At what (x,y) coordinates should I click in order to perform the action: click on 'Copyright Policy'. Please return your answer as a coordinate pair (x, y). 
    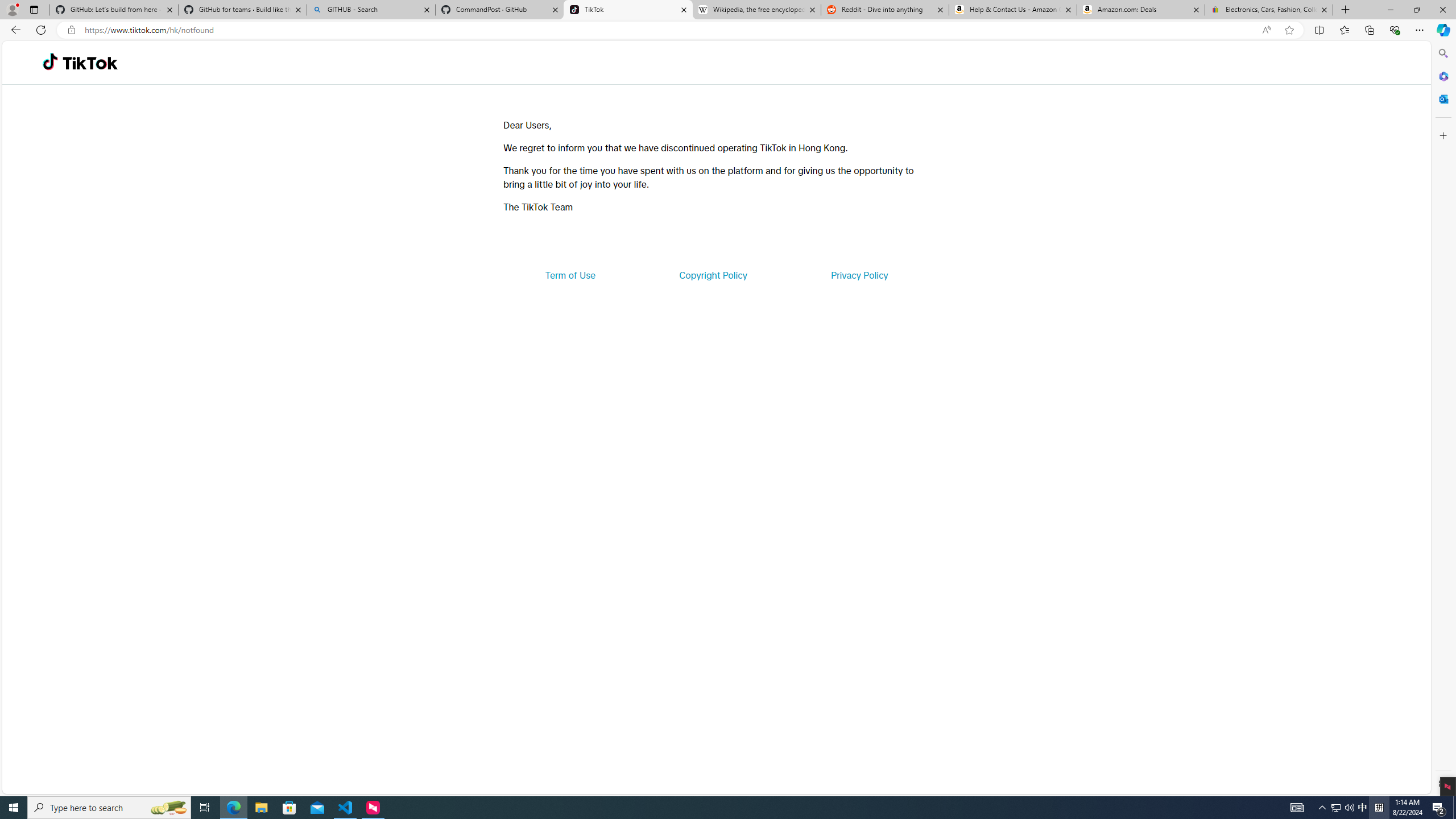
    Looking at the image, I should click on (712, 274).